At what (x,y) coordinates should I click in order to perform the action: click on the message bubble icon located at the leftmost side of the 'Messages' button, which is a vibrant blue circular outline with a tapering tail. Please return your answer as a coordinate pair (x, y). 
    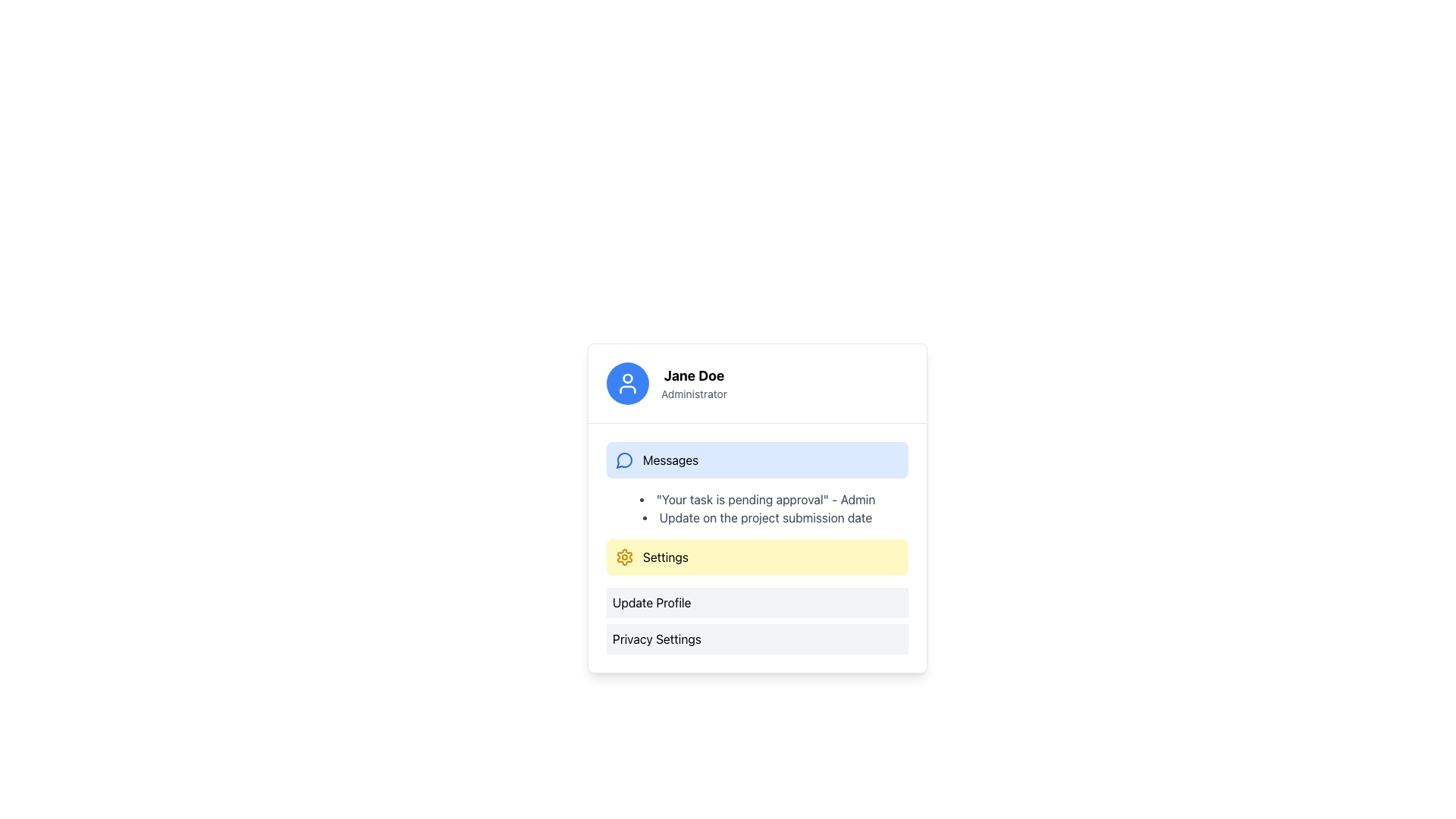
    Looking at the image, I should click on (625, 459).